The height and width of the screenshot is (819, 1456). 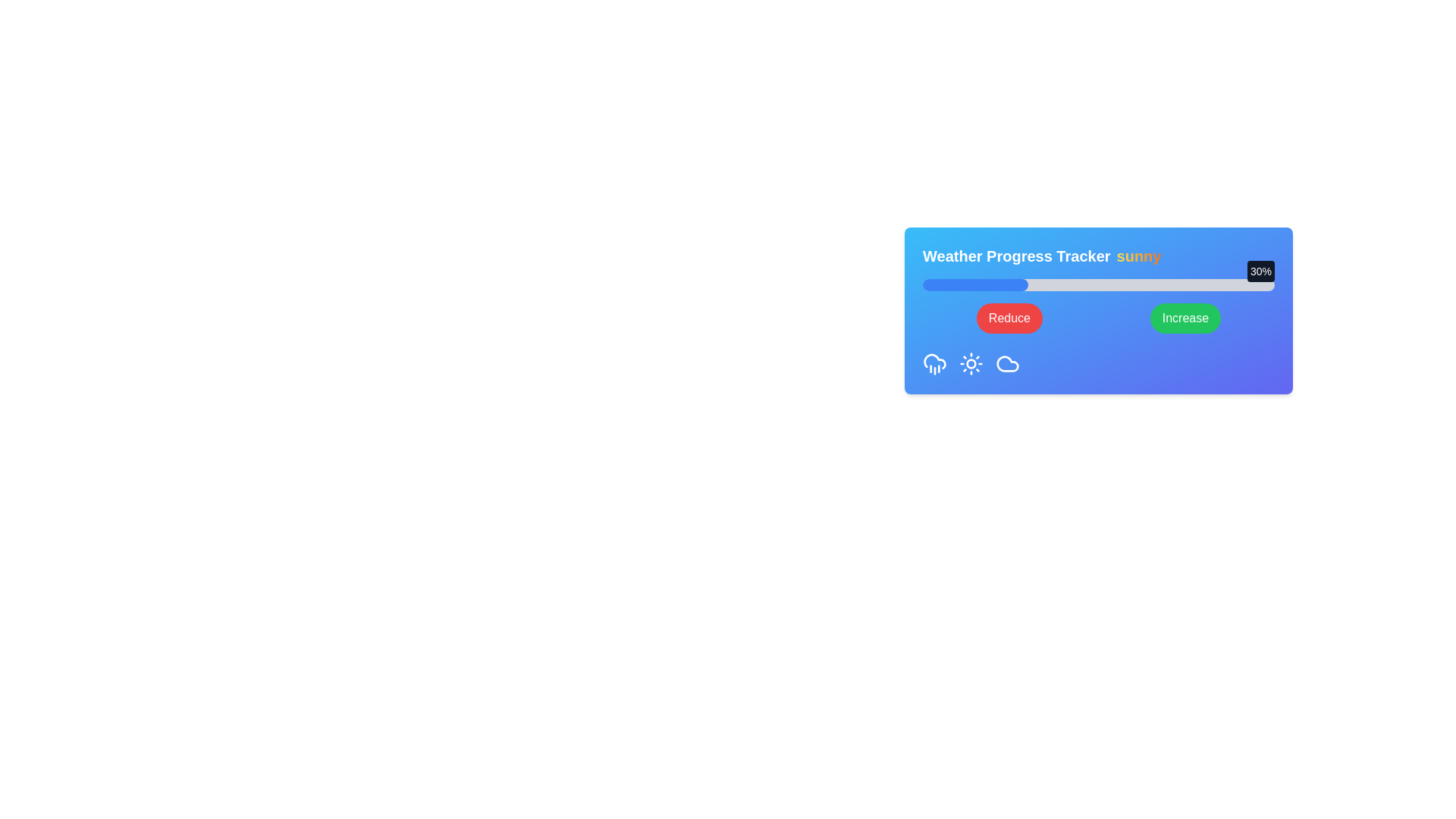 What do you see at coordinates (1099, 284) in the screenshot?
I see `the Progress bar that visually represents progress, positioned below the title 'Weather Progress Tracker sunny' and above the 'Reduce' and 'Increase' buttons` at bounding box center [1099, 284].